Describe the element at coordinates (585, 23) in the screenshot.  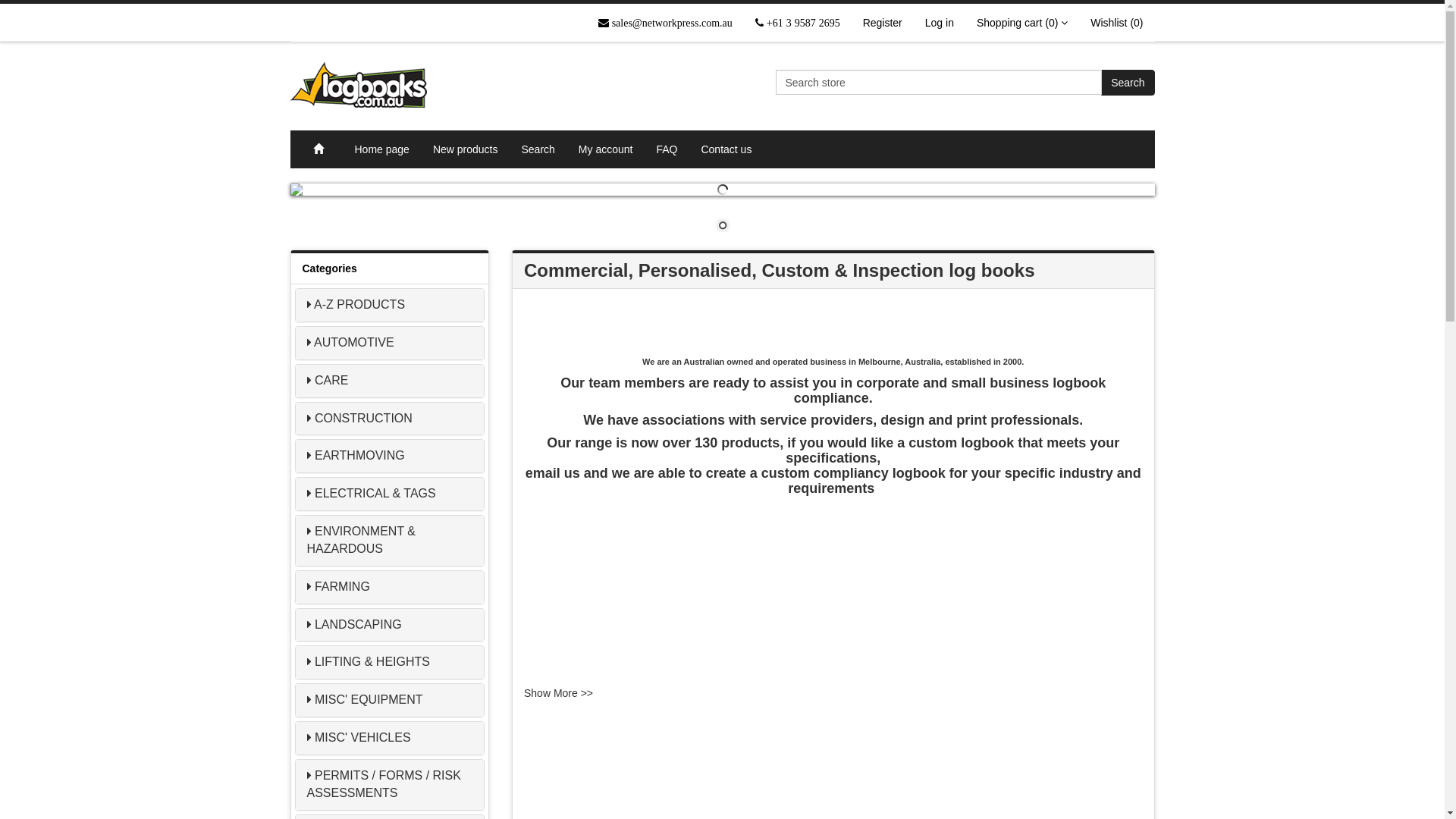
I see `'sales@networkpress.com.au'` at that location.